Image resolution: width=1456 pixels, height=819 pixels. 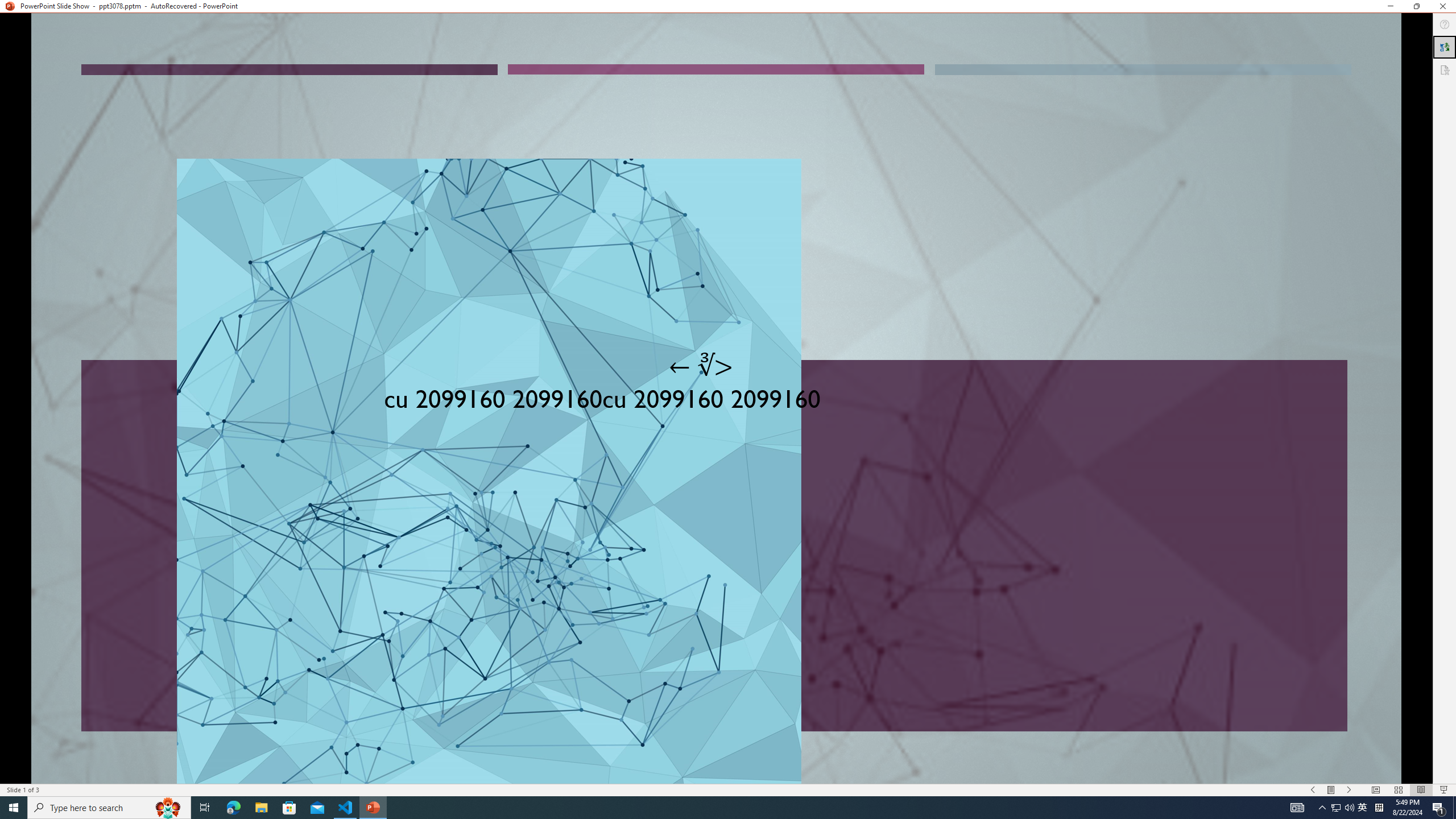 What do you see at coordinates (1444, 790) in the screenshot?
I see `'Slide Show'` at bounding box center [1444, 790].